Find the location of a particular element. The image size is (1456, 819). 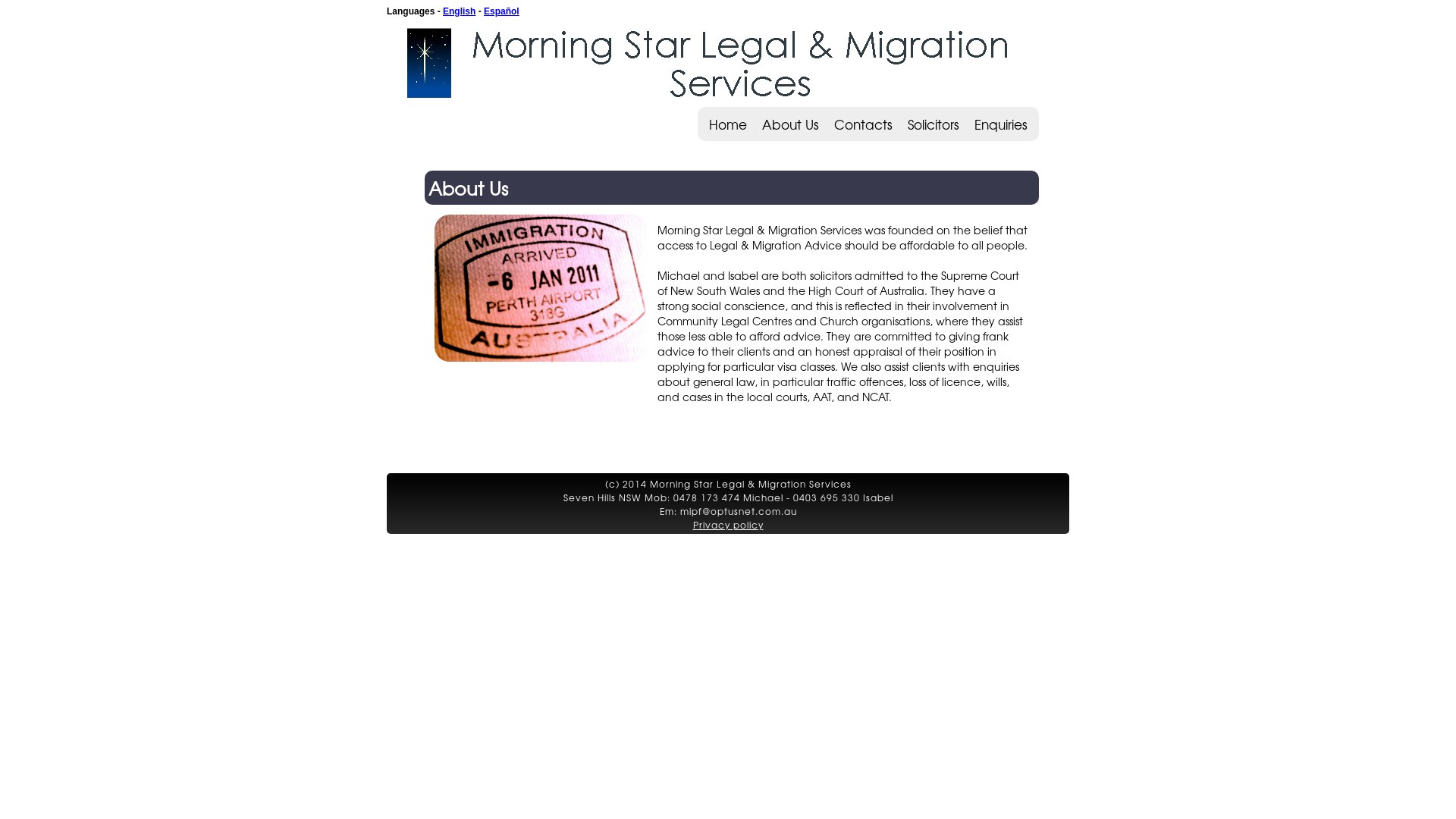

'Home' is located at coordinates (728, 123).